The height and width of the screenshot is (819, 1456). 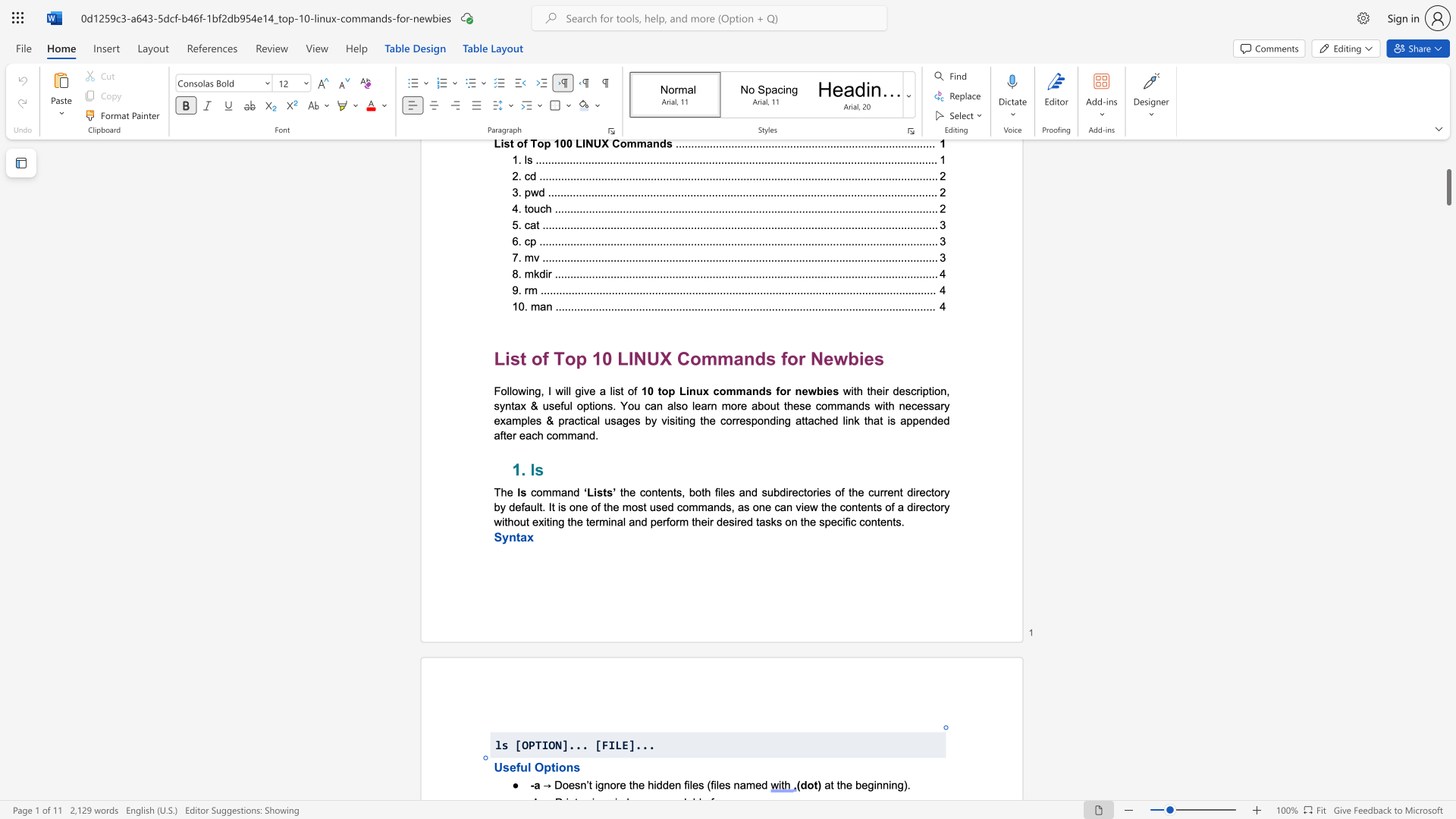 I want to click on the 1th character "U" in the text, so click(x=498, y=767).